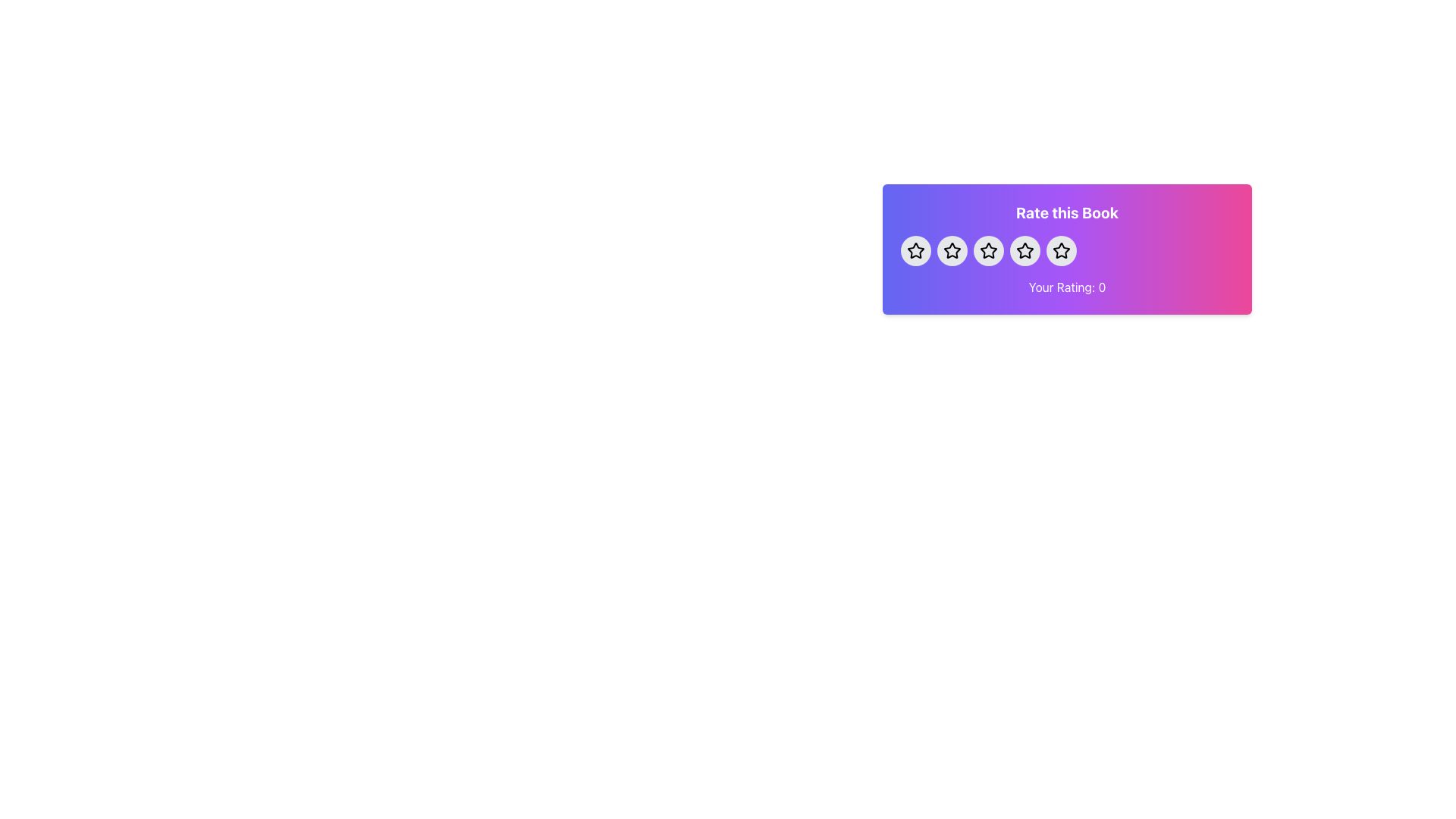 The width and height of the screenshot is (1456, 819). What do you see at coordinates (952, 250) in the screenshot?
I see `the circular button with a light gray background and a black star-shaped icon, located in the row of buttons under the title 'Rate this Book'` at bounding box center [952, 250].